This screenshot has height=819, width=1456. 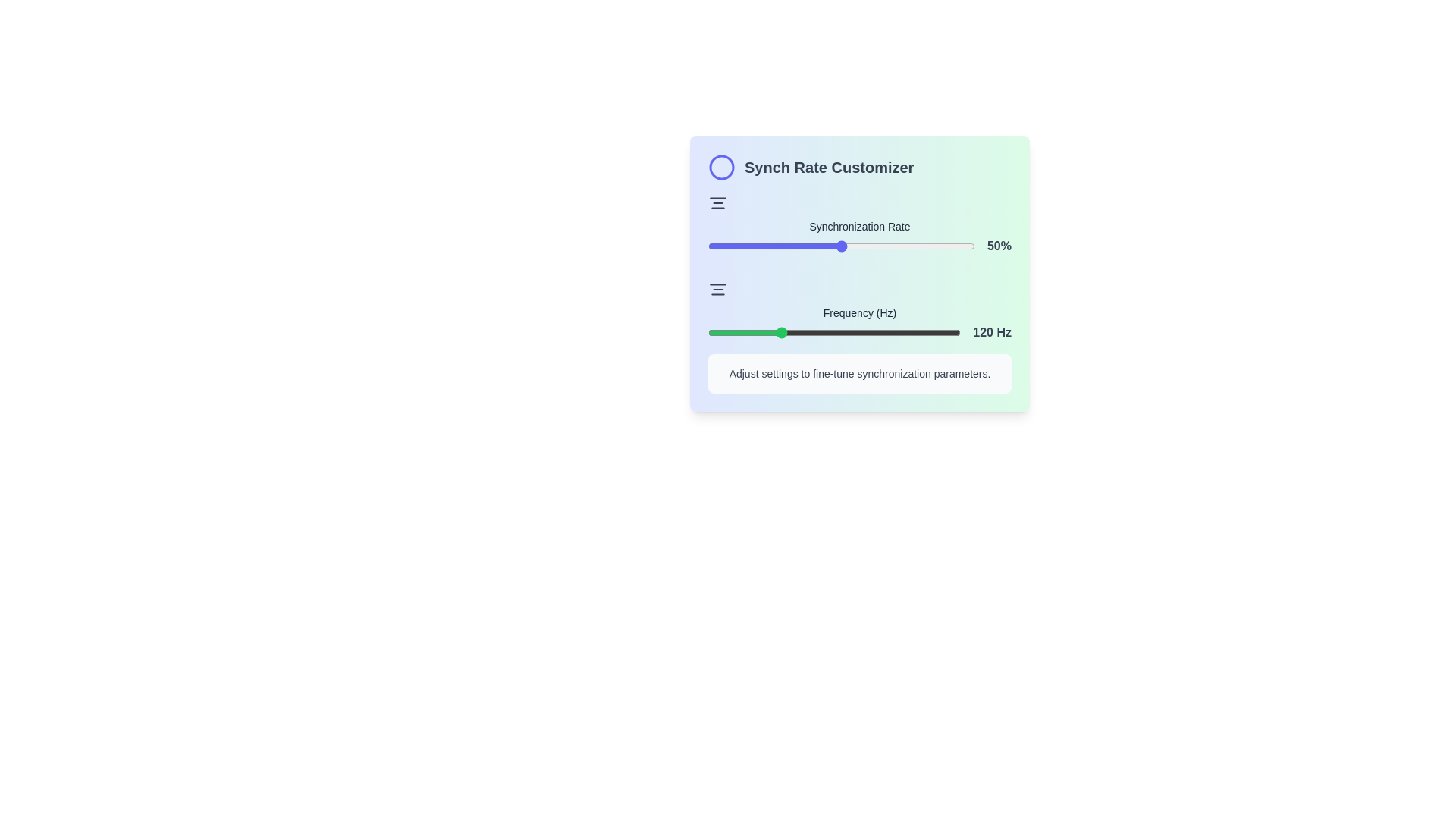 I want to click on the frequency slider to set the frequency to 172 Hz, so click(x=830, y=332).